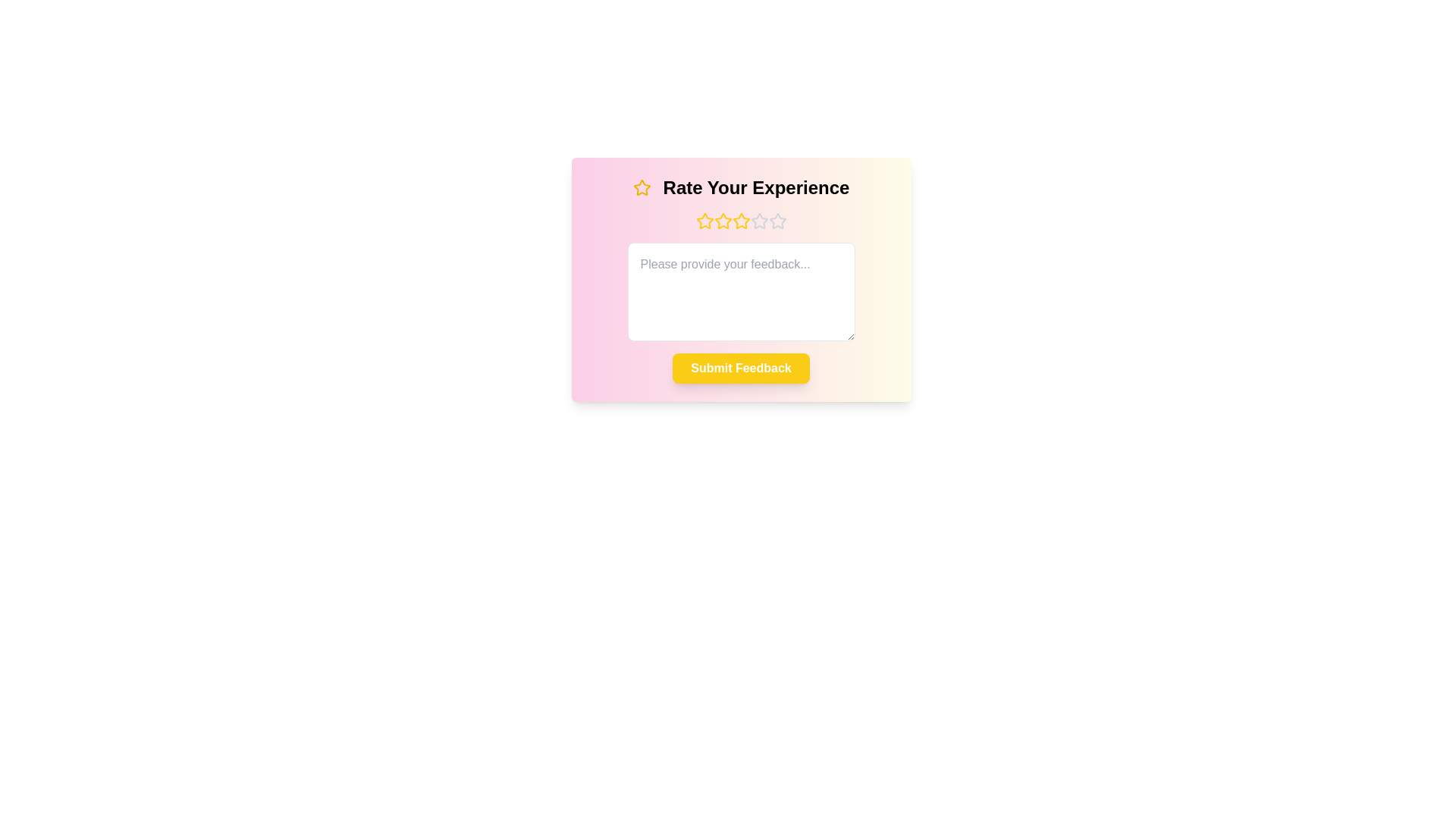  Describe the element at coordinates (777, 221) in the screenshot. I see `the rating to 5 stars by clicking on the corresponding star` at that location.